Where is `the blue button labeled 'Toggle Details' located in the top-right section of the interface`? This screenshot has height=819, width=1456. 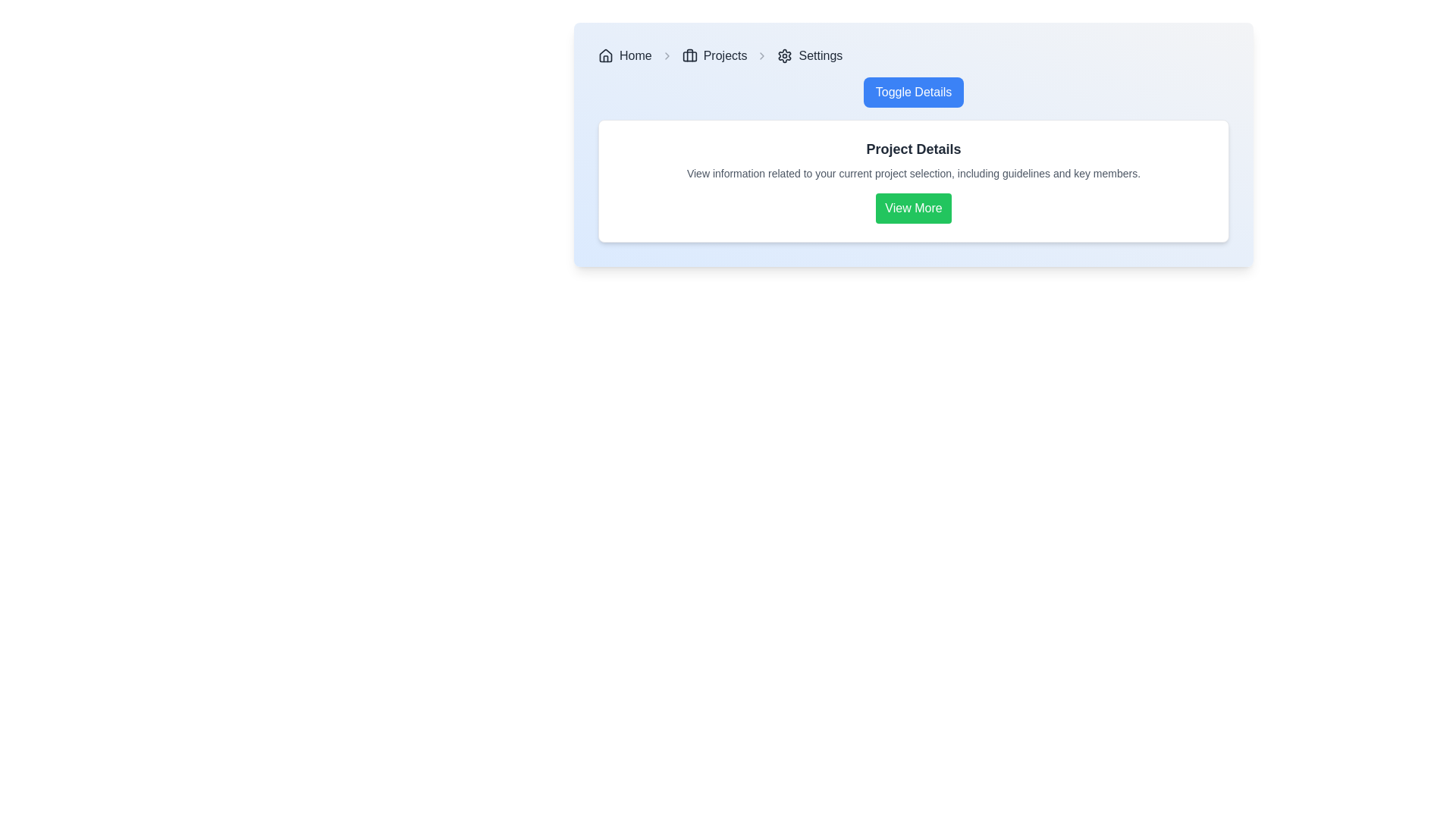
the blue button labeled 'Toggle Details' located in the top-right section of the interface is located at coordinates (912, 93).